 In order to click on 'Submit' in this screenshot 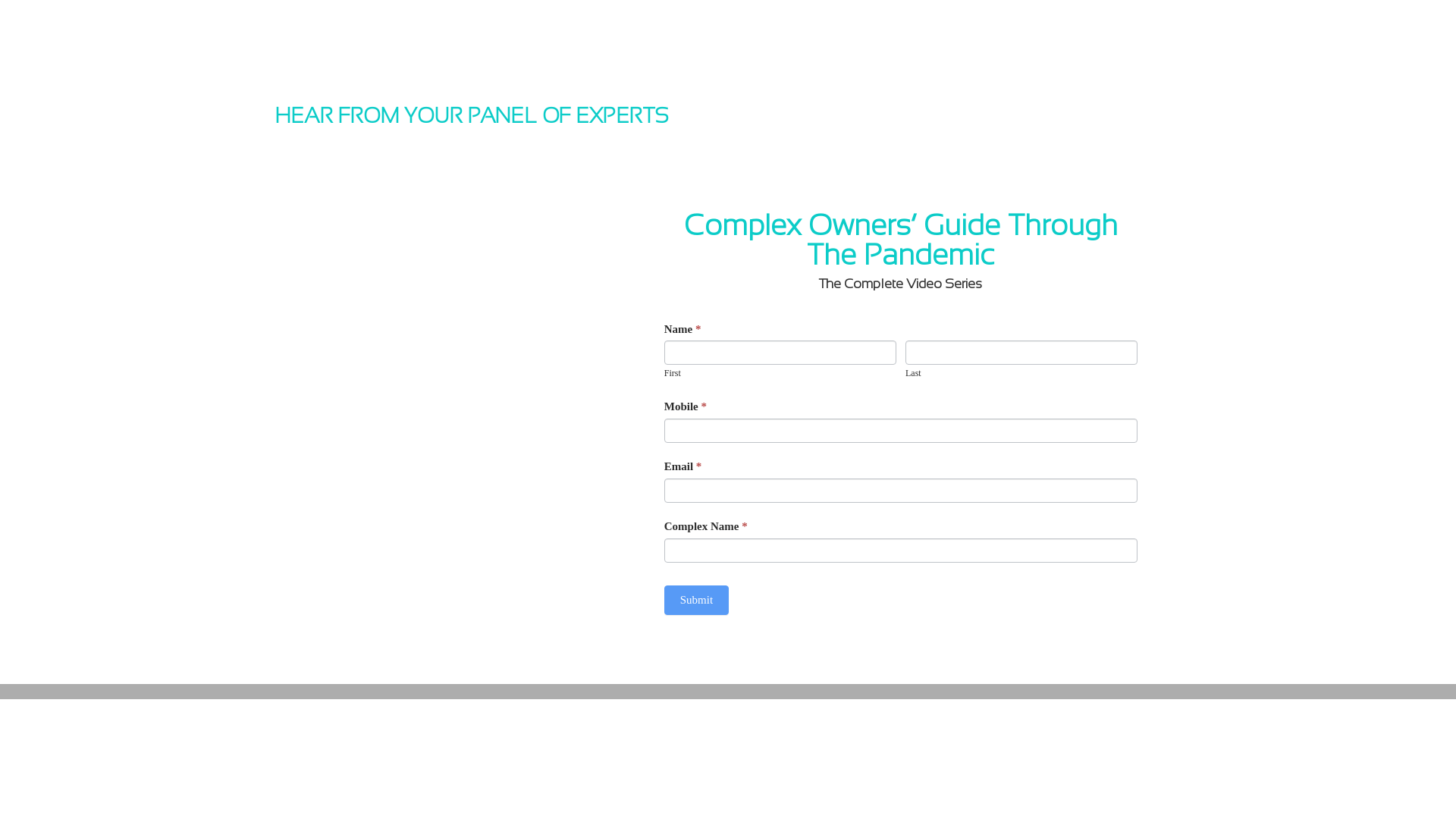, I will do `click(664, 599)`.